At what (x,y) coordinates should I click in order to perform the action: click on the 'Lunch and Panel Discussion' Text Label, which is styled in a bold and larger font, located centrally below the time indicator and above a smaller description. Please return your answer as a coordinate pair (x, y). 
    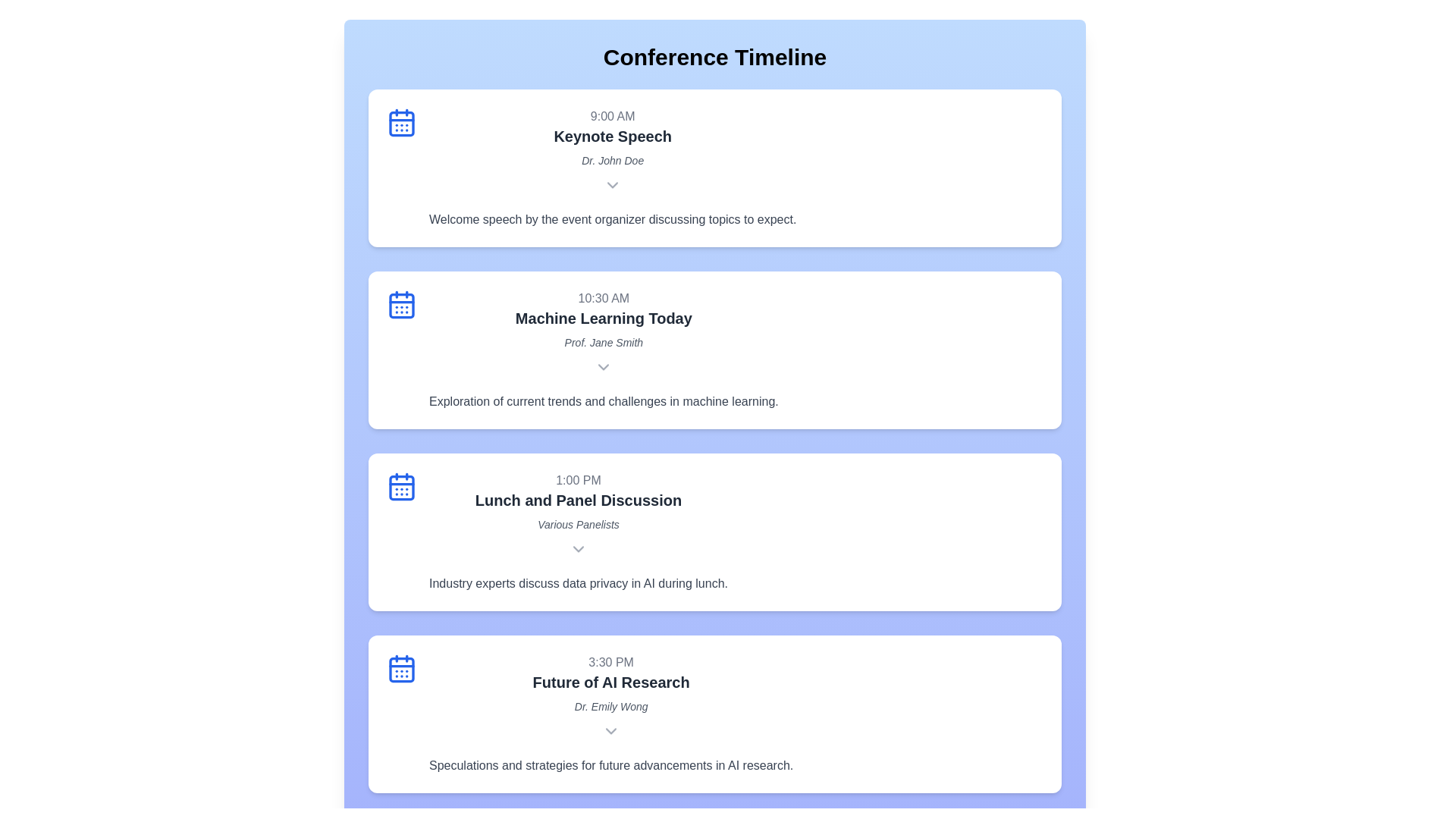
    Looking at the image, I should click on (578, 500).